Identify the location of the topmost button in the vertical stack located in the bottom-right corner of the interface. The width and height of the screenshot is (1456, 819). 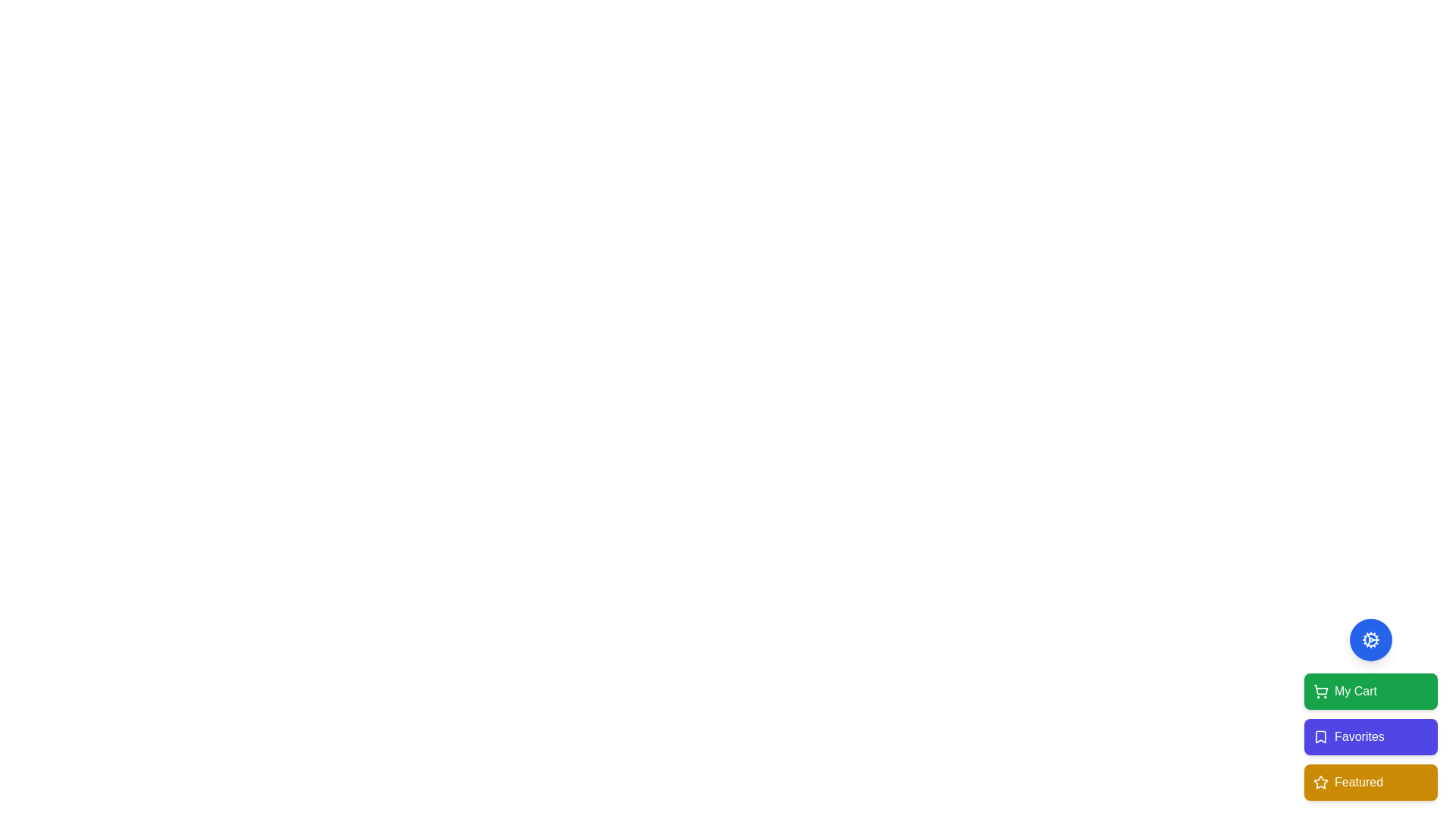
(1371, 691).